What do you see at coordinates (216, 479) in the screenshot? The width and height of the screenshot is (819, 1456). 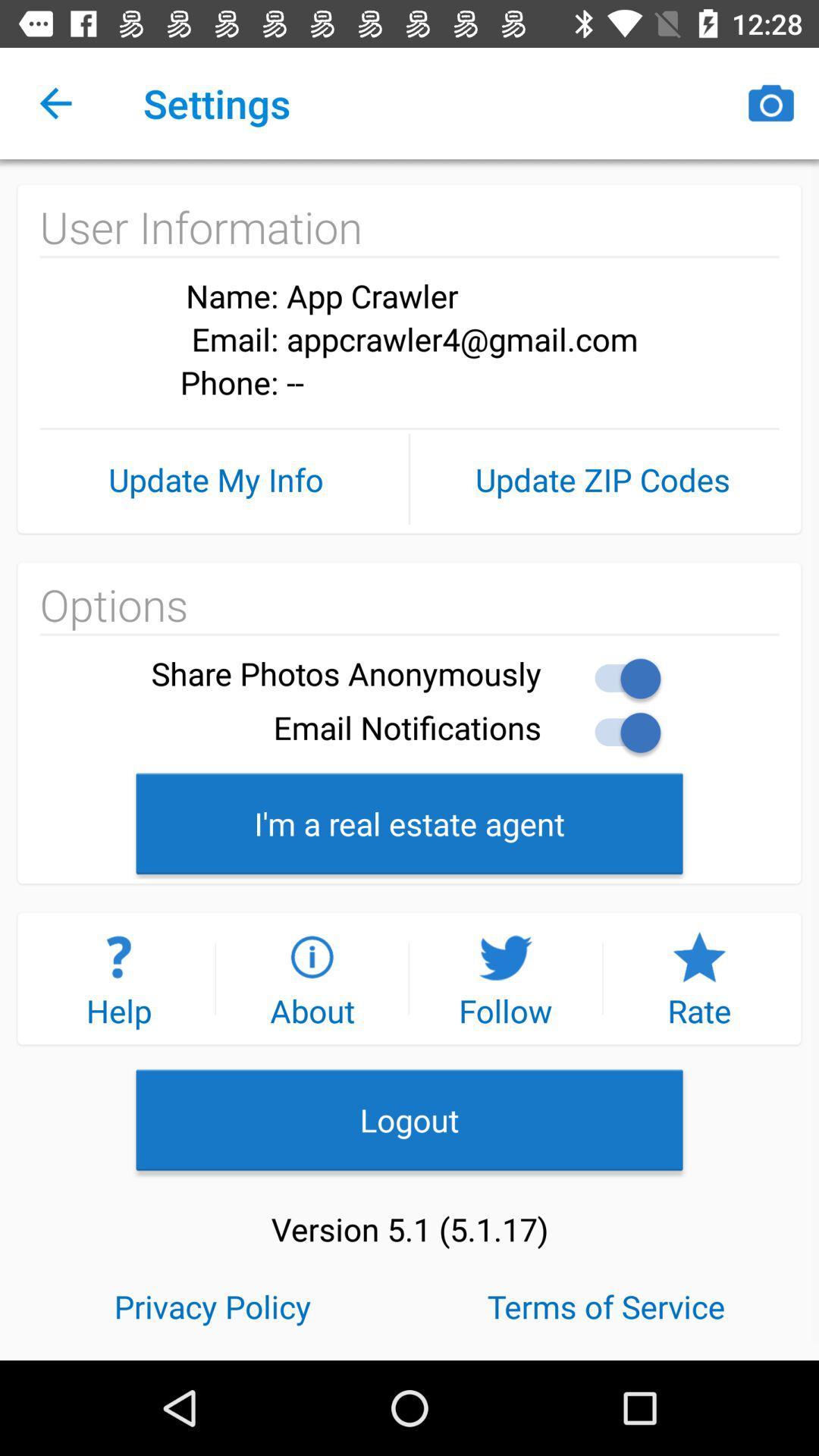 I see `update my info icon` at bounding box center [216, 479].